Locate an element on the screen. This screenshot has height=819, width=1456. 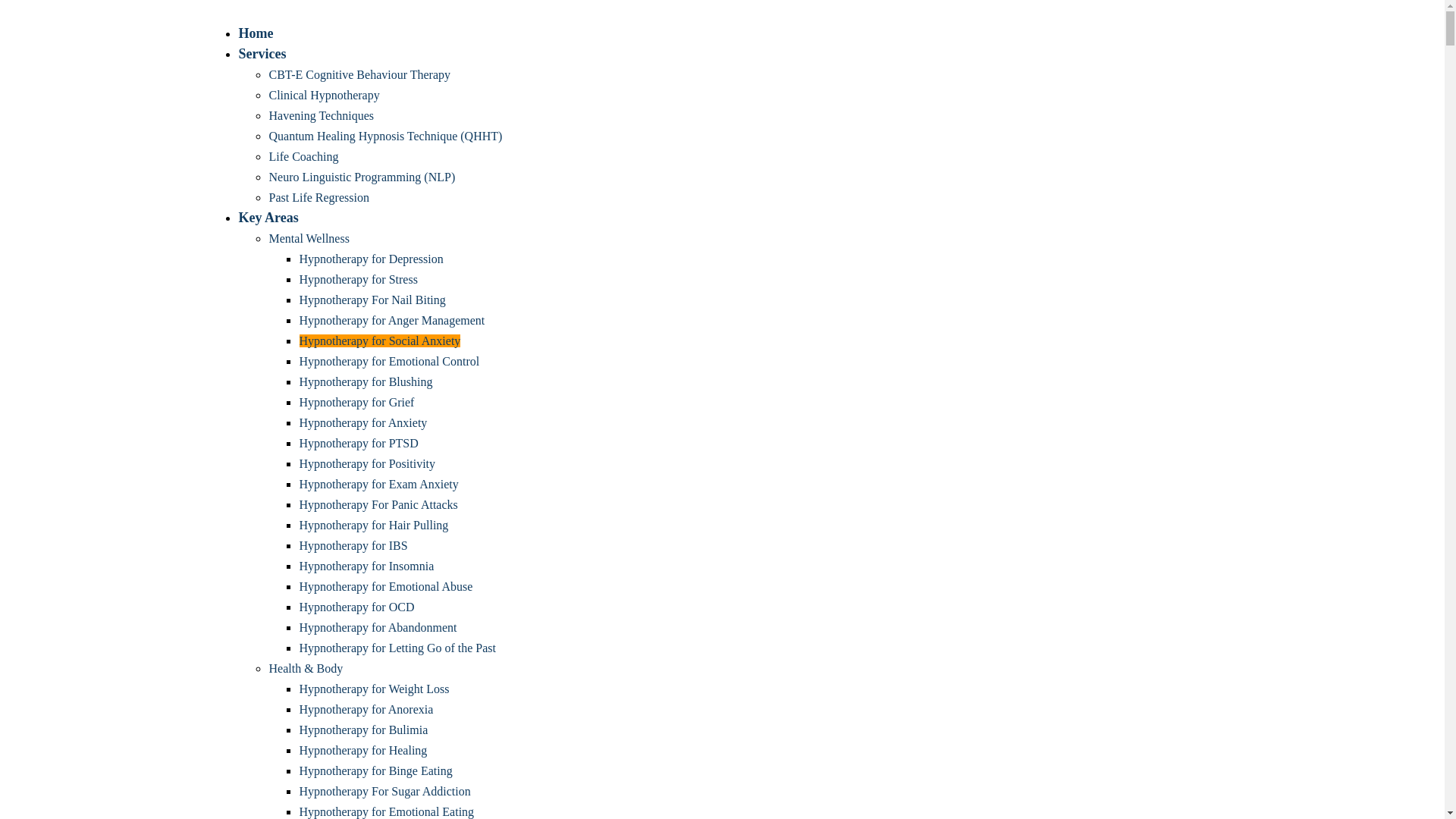
'Hypnotherapy for Anger Management' is located at coordinates (298, 319).